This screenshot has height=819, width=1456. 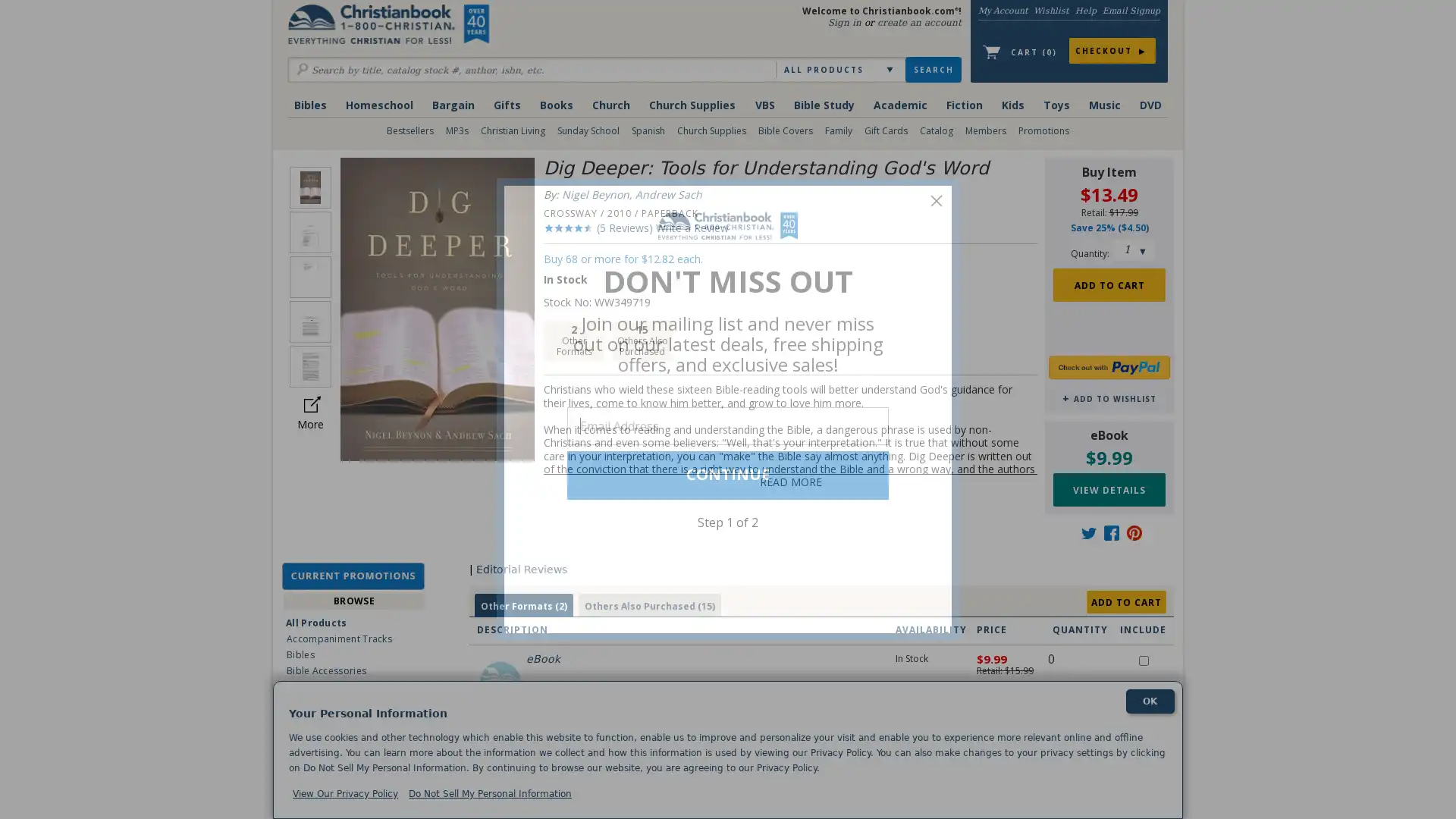 I want to click on View 15 Others Also Purchased, so click(x=648, y=605).